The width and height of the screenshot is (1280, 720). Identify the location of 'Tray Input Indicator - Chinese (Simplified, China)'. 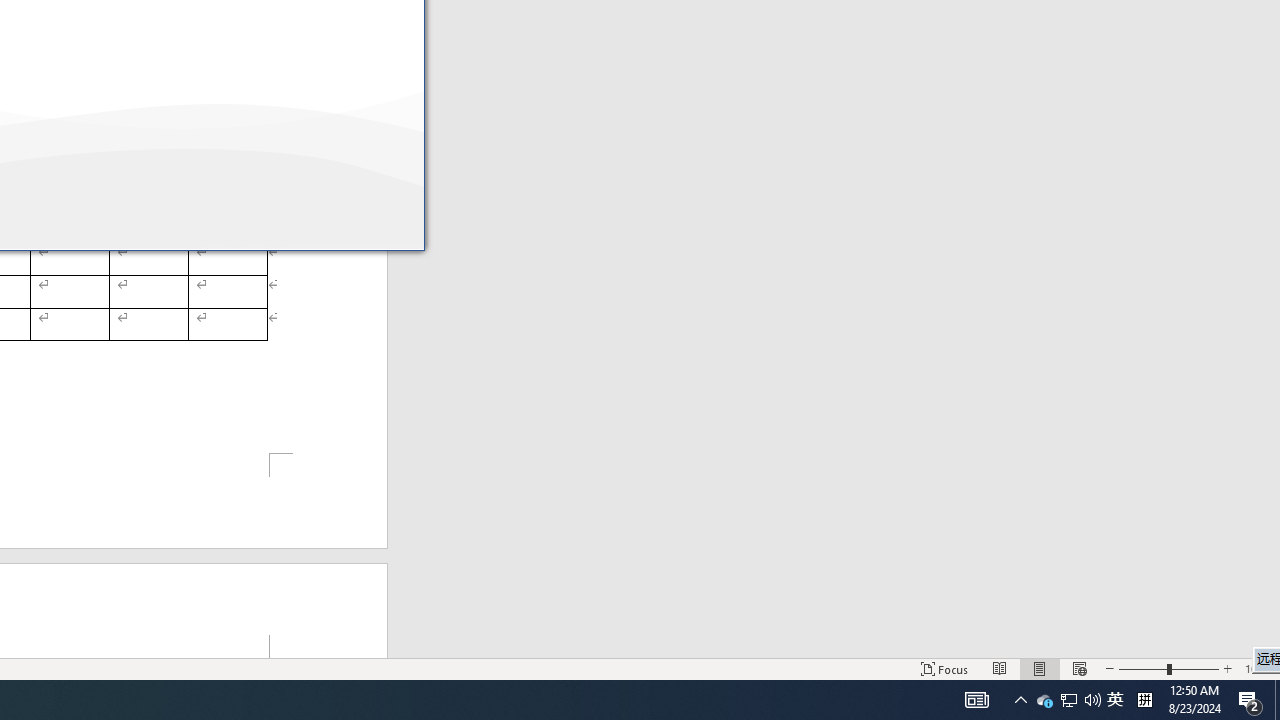
(1144, 698).